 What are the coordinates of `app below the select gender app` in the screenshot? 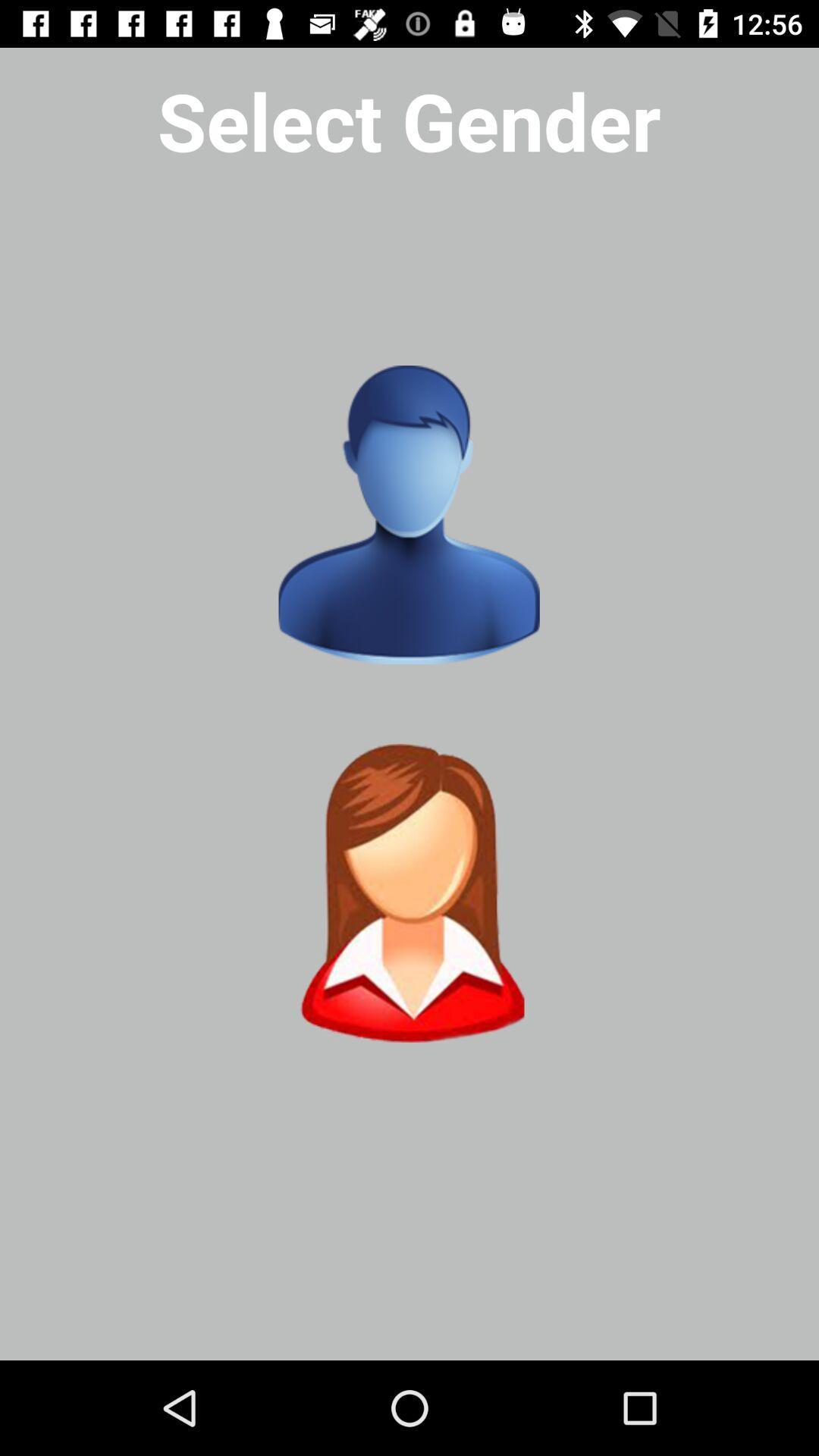 It's located at (408, 515).